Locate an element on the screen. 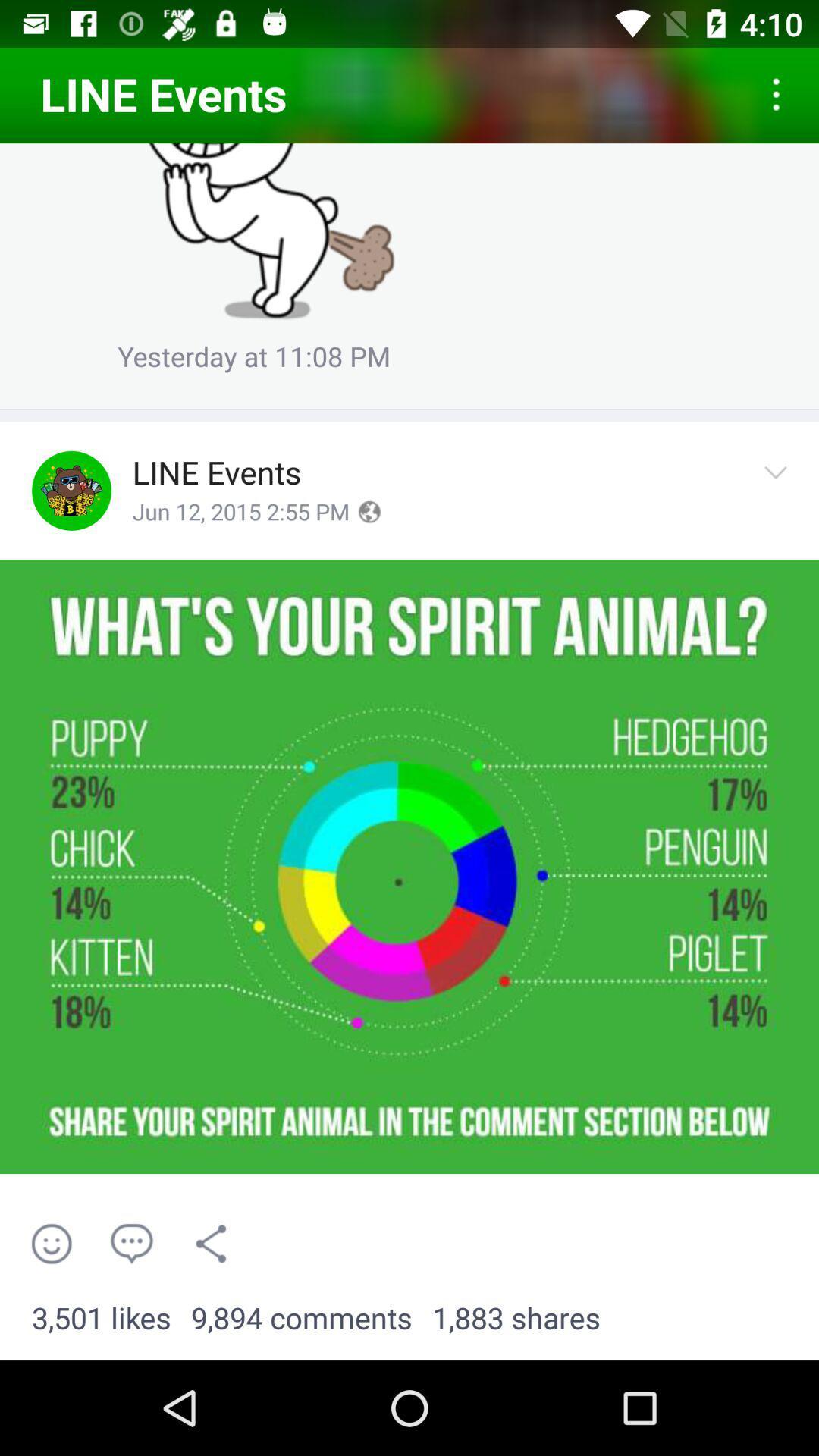  the app next to the 9,894 comments item is located at coordinates (516, 1318).